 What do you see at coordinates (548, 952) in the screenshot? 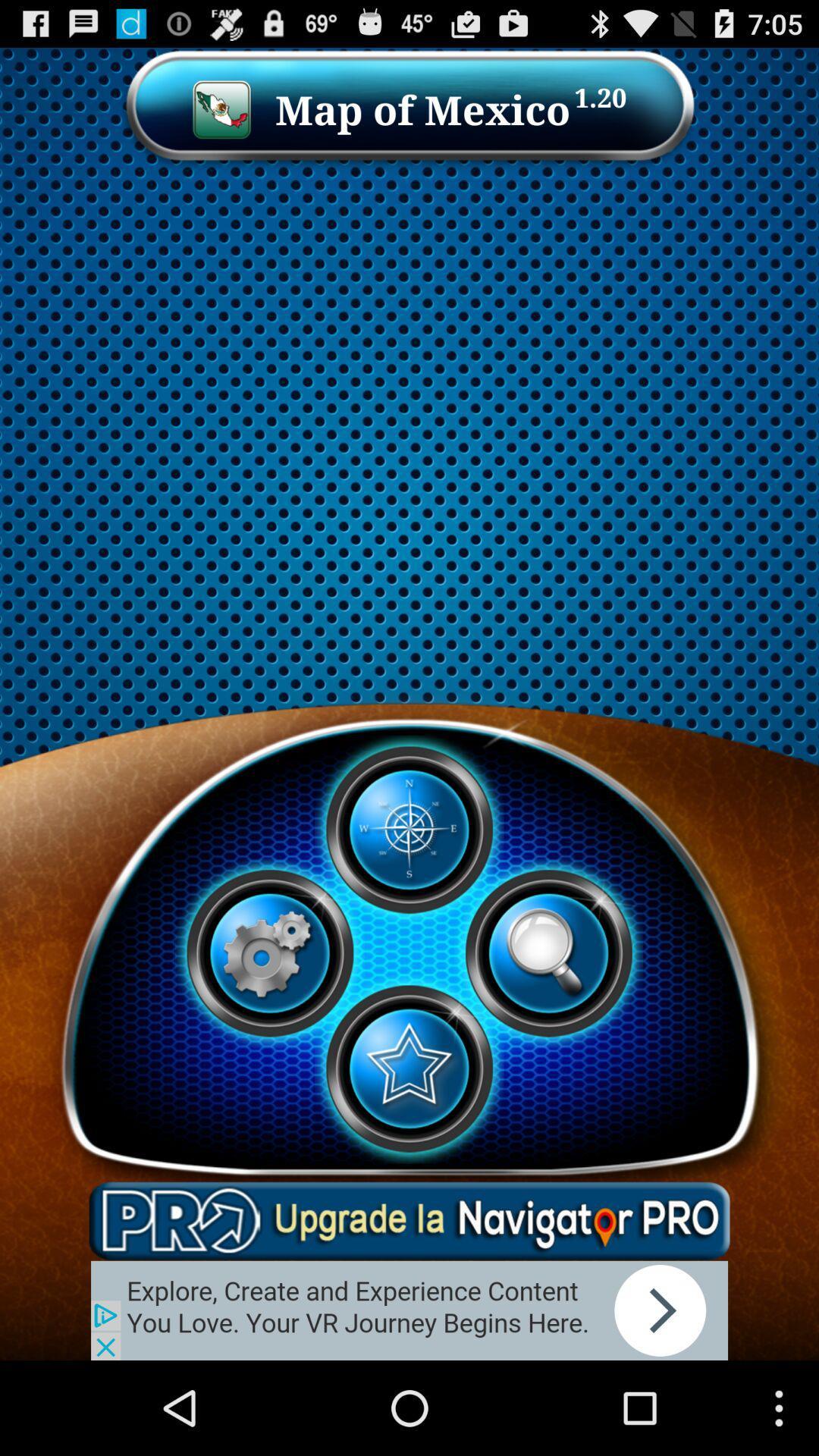
I see `click on the magnifying glass` at bounding box center [548, 952].